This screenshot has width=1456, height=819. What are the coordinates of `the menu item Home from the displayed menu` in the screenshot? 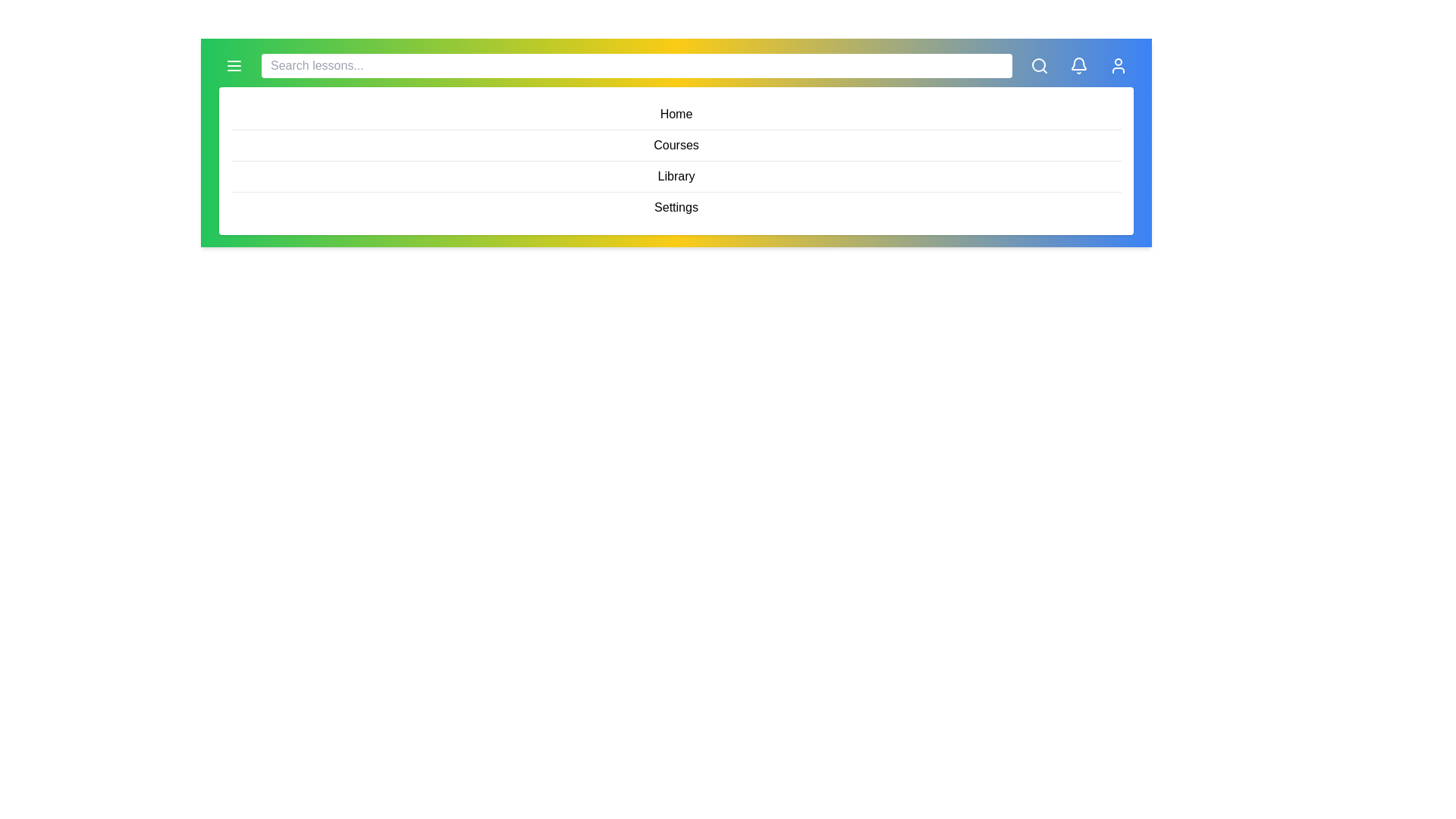 It's located at (676, 114).